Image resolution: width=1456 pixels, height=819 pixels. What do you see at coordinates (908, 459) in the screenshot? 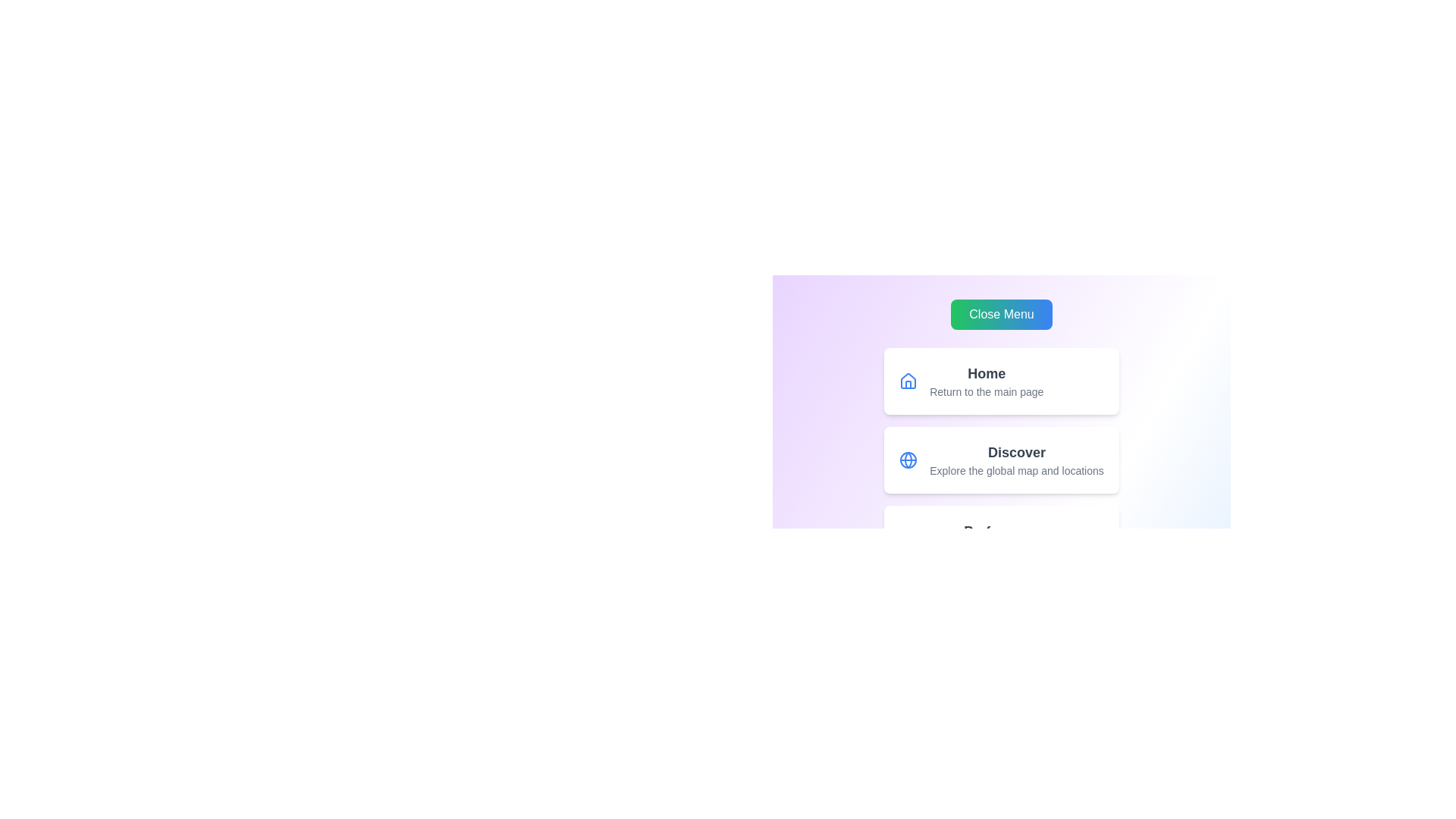
I see `the icon of the menu item labeled Discover` at bounding box center [908, 459].